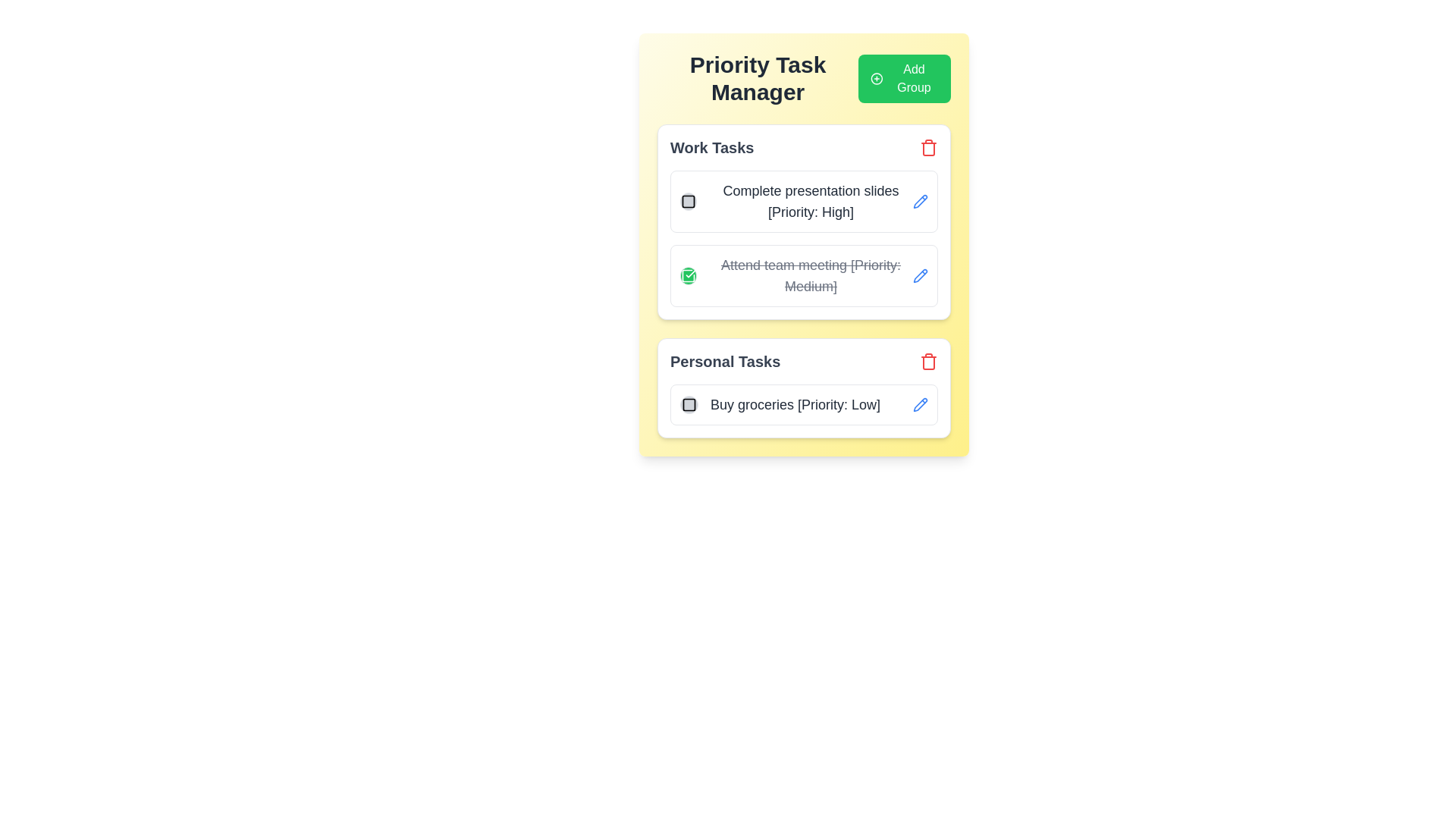  What do you see at coordinates (724, 362) in the screenshot?
I see `the 'Personal Tasks' text label, which is styled in a large, bold font and serves as a section header in dark gray color` at bounding box center [724, 362].